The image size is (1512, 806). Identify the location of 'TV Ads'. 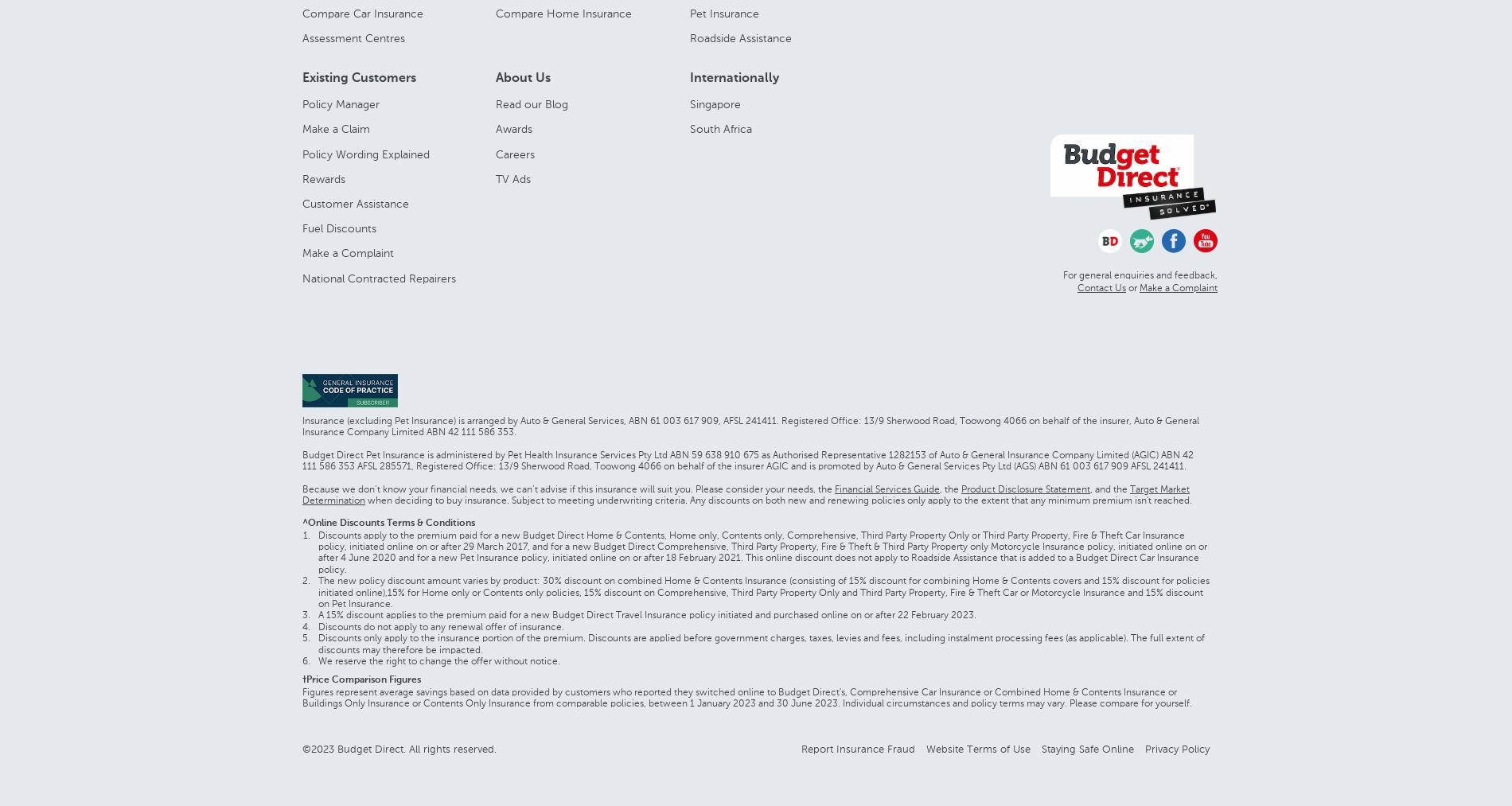
(513, 177).